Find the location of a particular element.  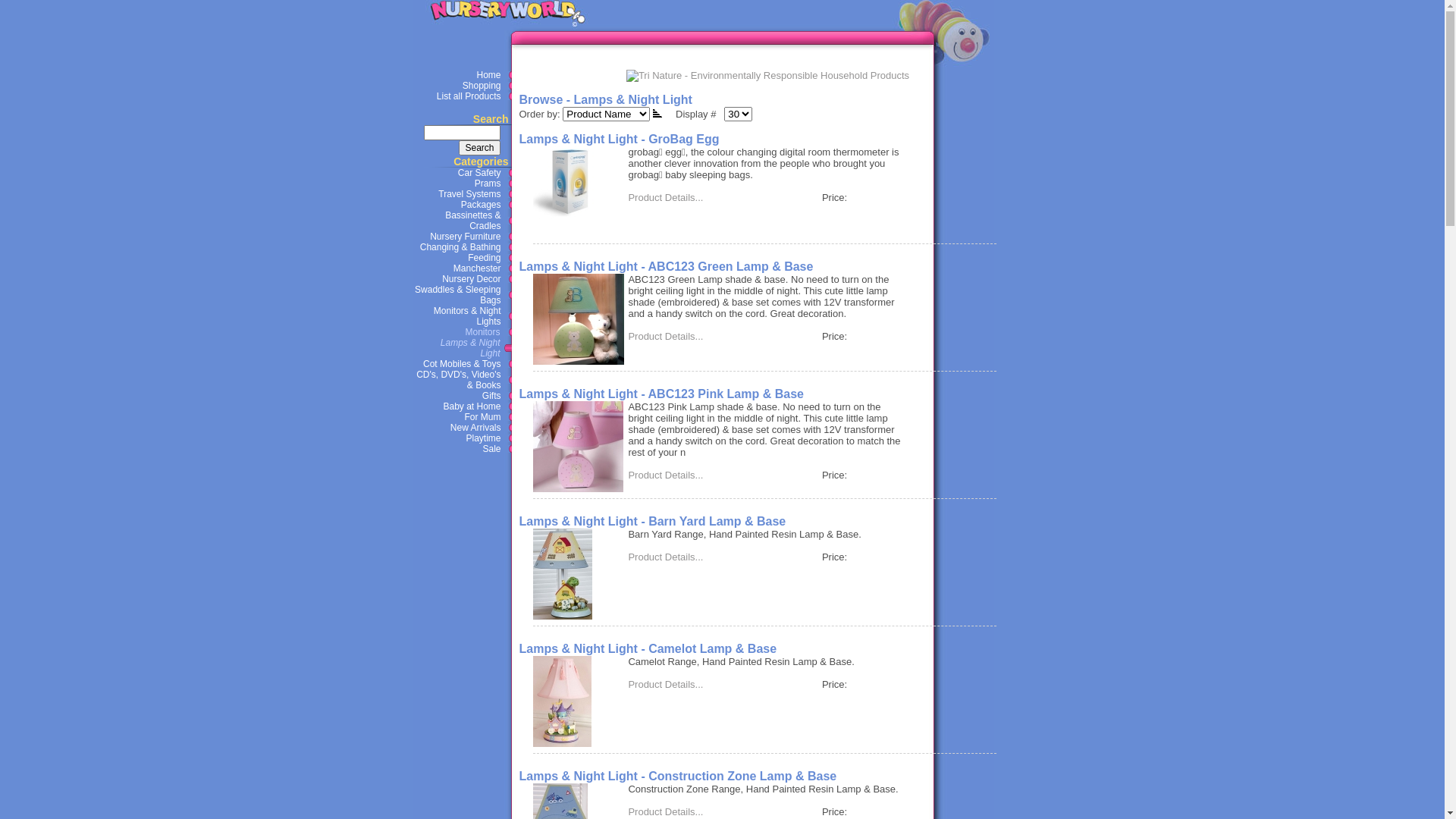

'Manchester' is located at coordinates (461, 268).